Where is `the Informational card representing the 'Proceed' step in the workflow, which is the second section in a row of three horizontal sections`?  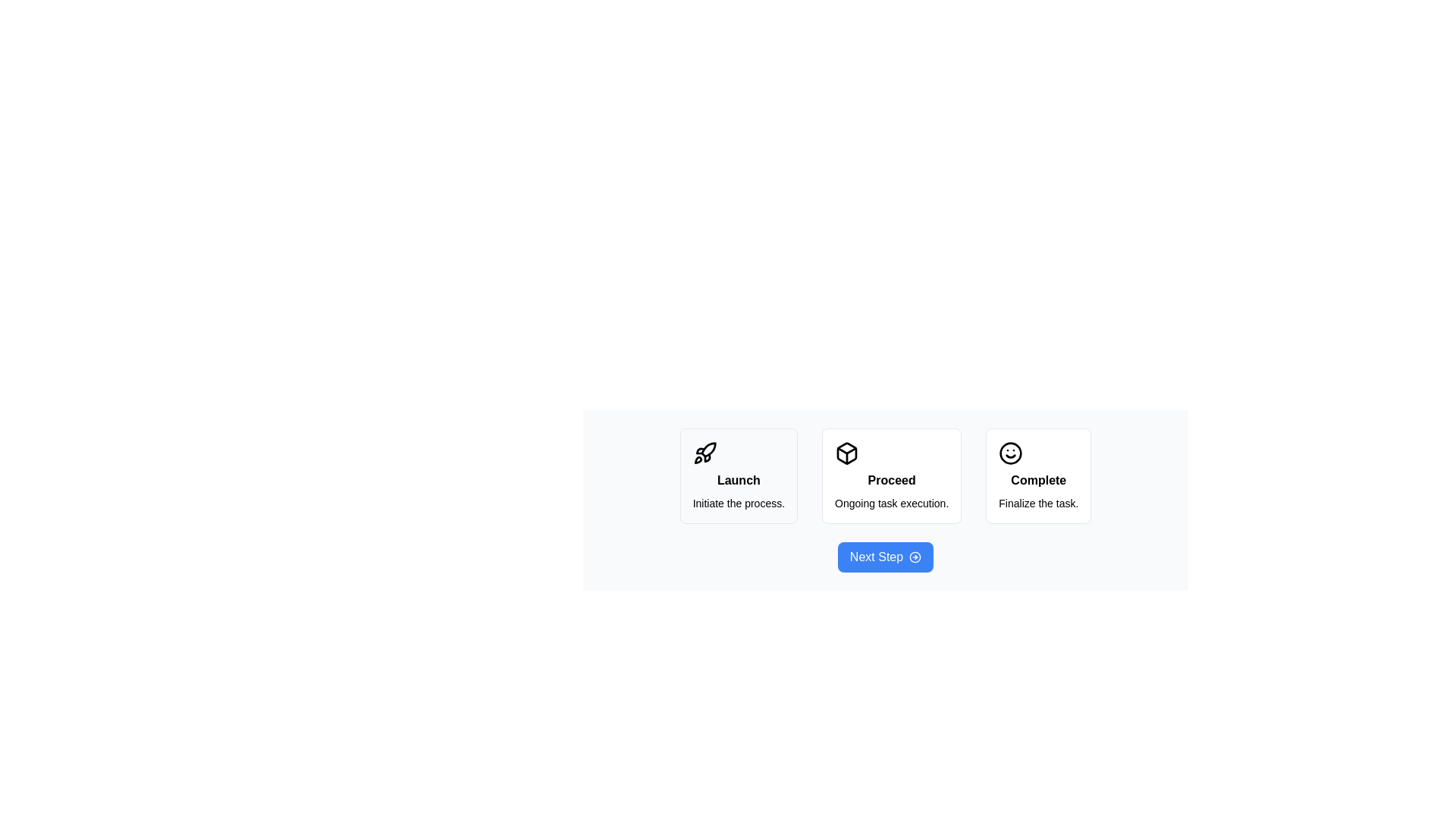
the Informational card representing the 'Proceed' step in the workflow, which is the second section in a row of three horizontal sections is located at coordinates (885, 475).